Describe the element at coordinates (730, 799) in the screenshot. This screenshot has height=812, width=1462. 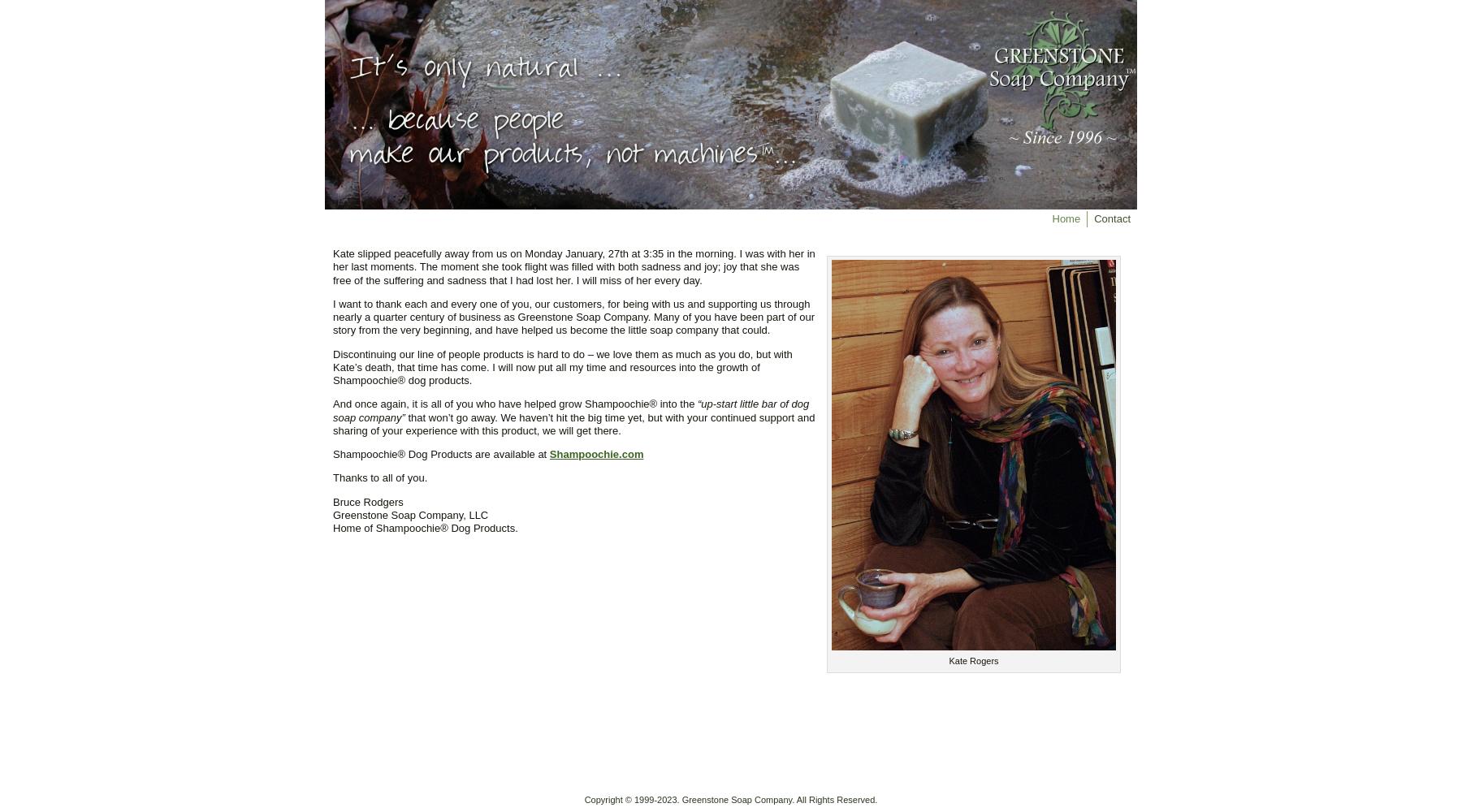
I see `'Copyright © 1999-2023. Greenstone Soap Company. All Rights Reserved.'` at that location.